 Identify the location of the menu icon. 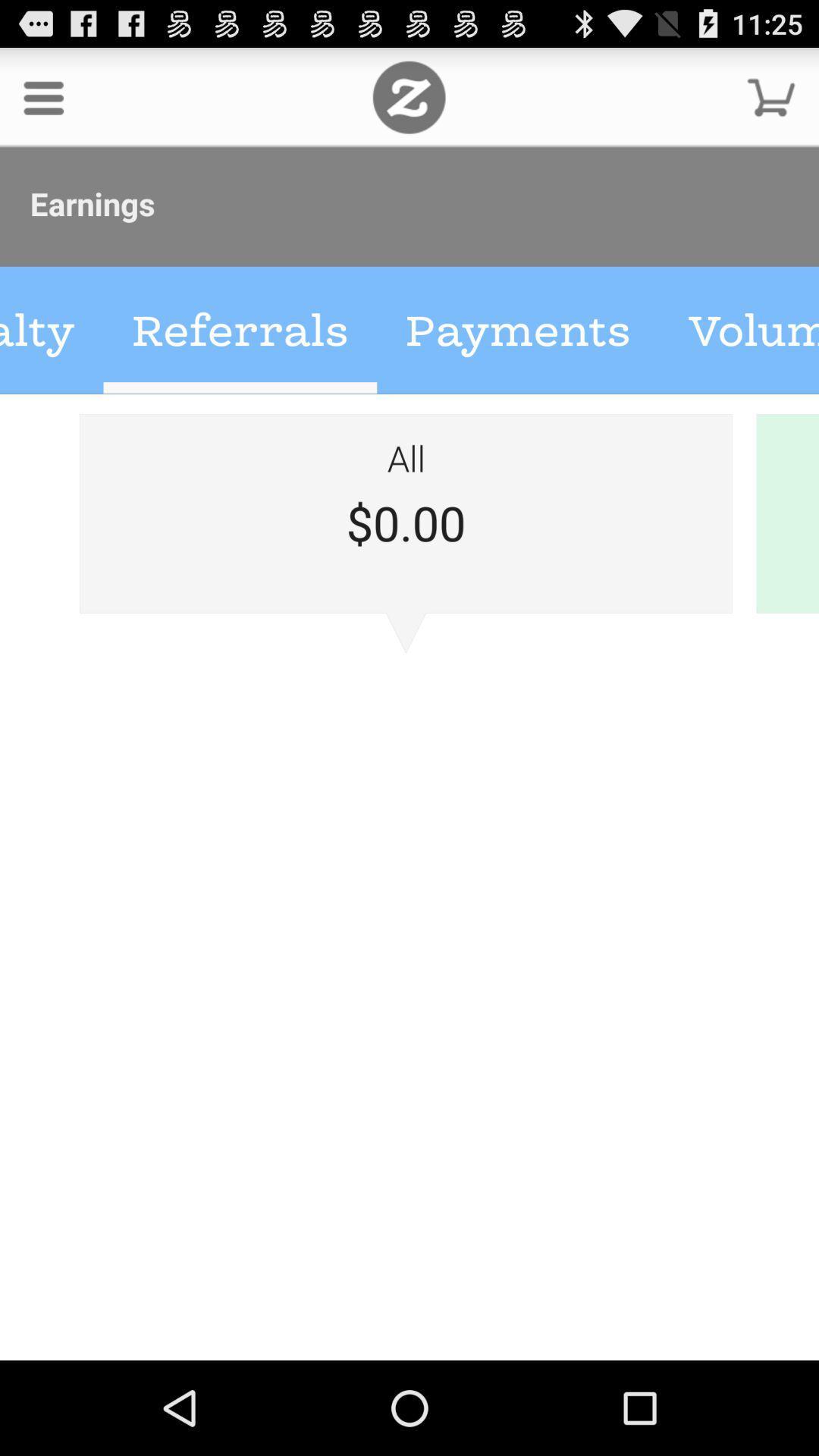
(42, 103).